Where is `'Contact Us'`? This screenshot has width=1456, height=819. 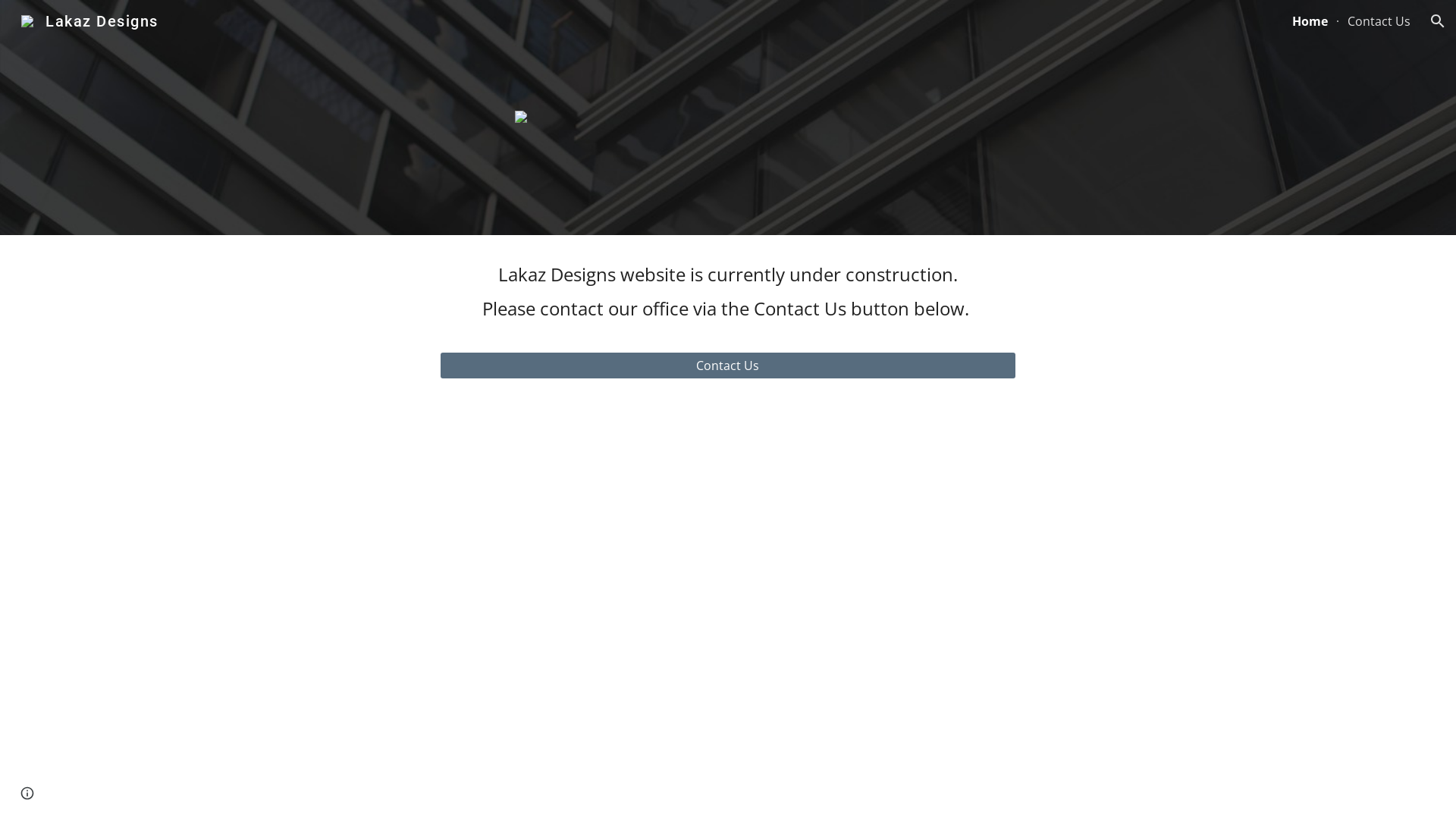 'Contact Us' is located at coordinates (1379, 20).